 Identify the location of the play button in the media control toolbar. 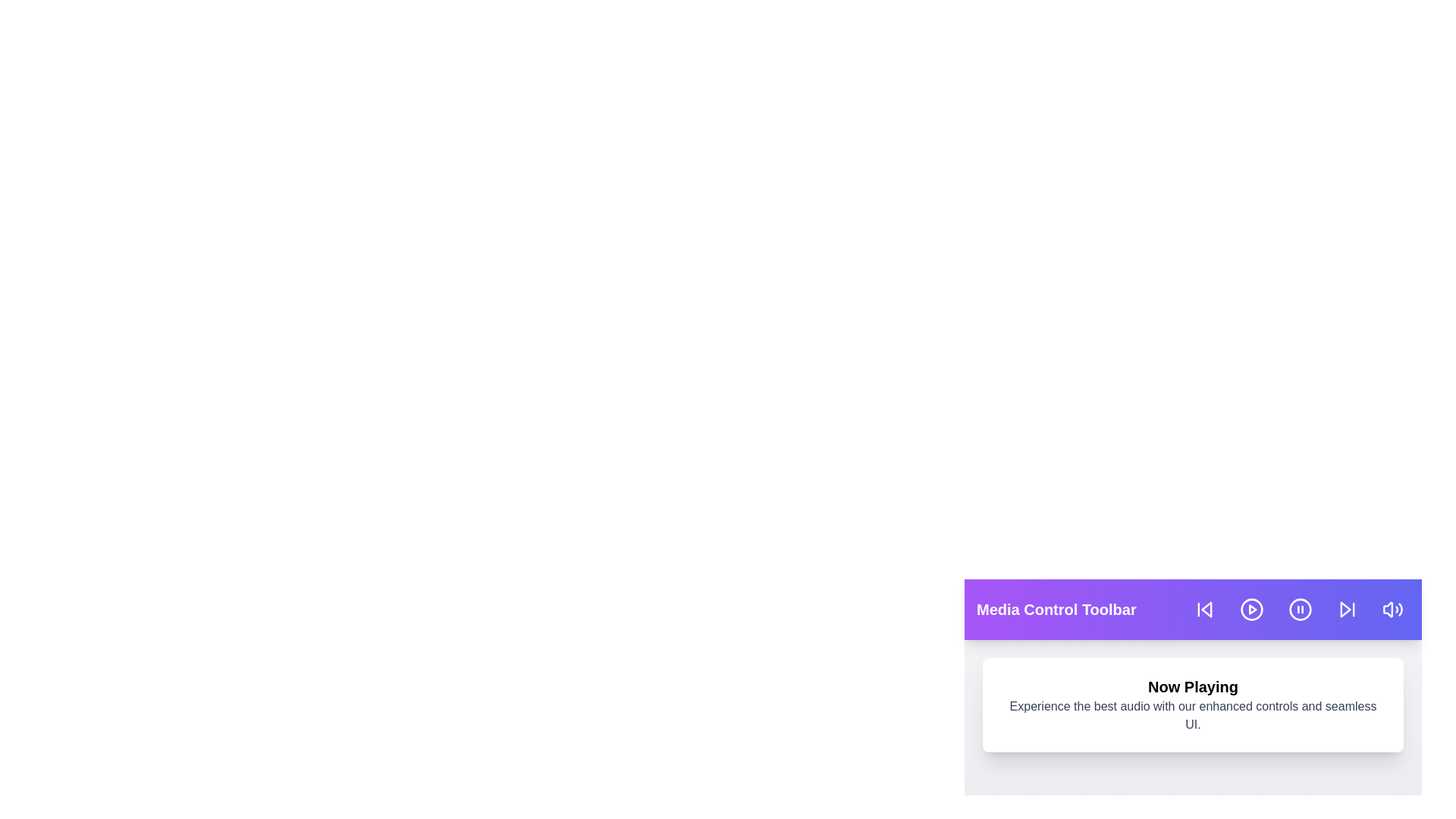
(1252, 608).